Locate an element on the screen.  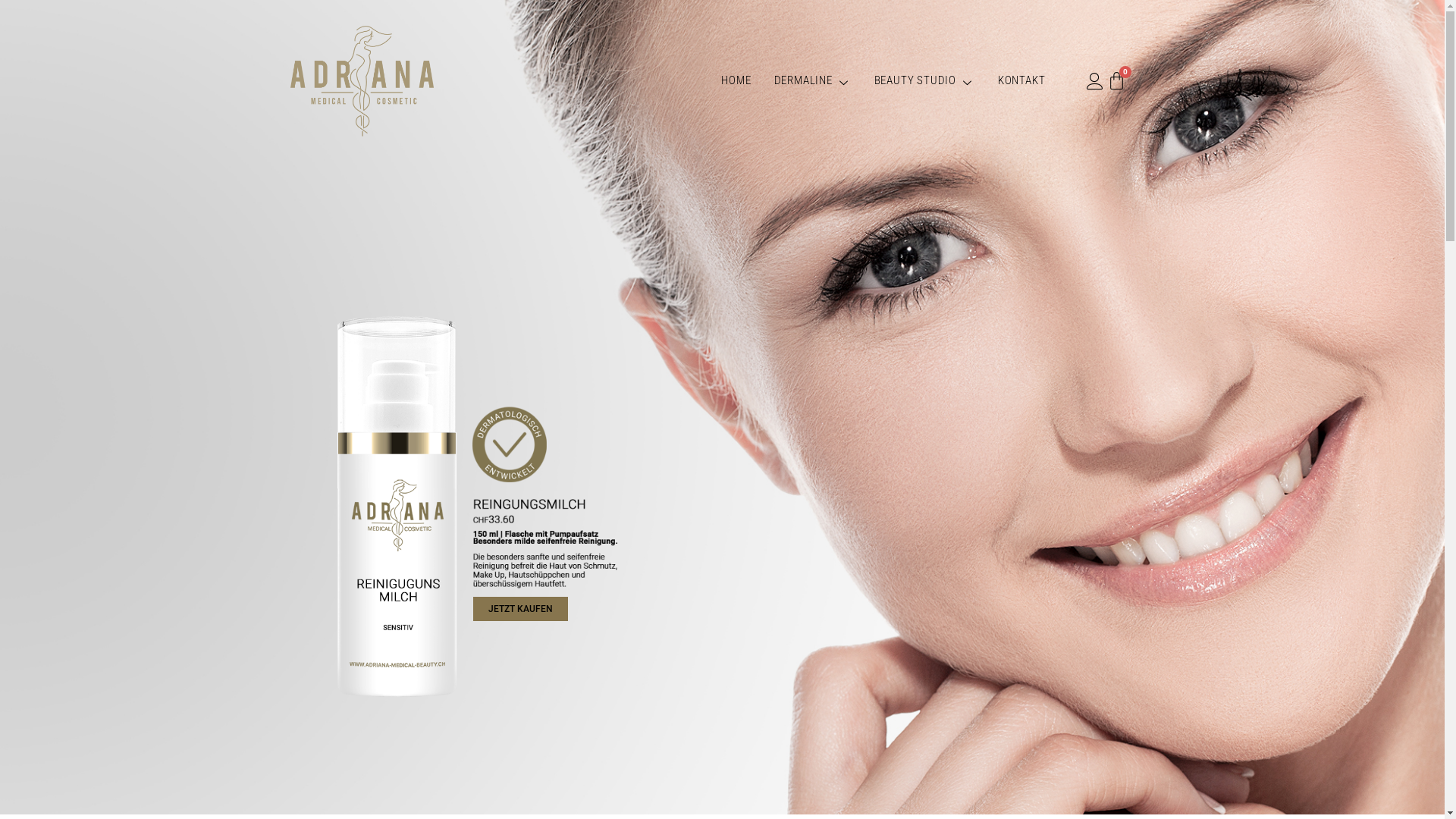
'BEAUTY STUDIO' is located at coordinates (924, 80).